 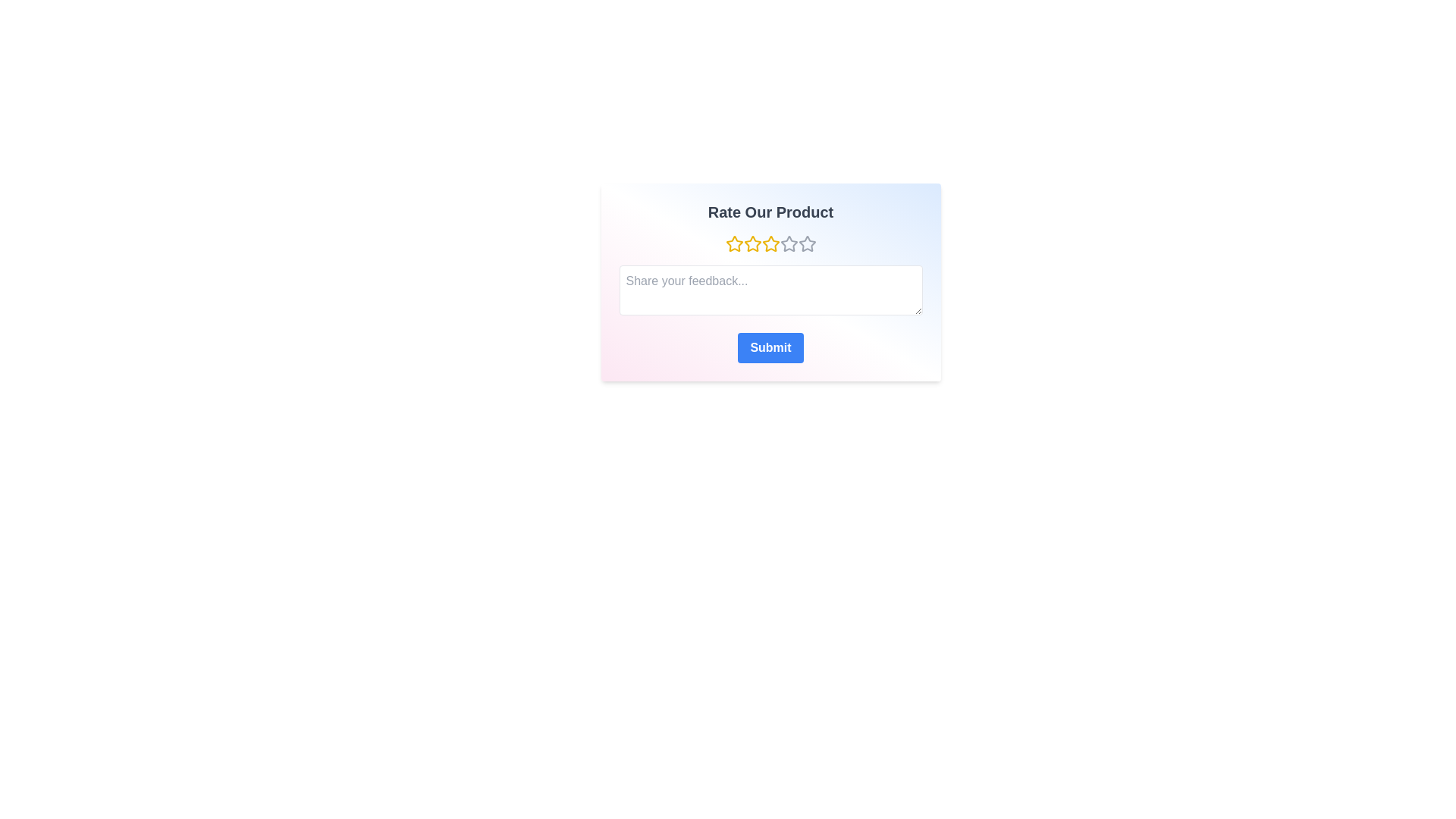 What do you see at coordinates (770, 348) in the screenshot?
I see `Submit button to submit the rating and feedback` at bounding box center [770, 348].